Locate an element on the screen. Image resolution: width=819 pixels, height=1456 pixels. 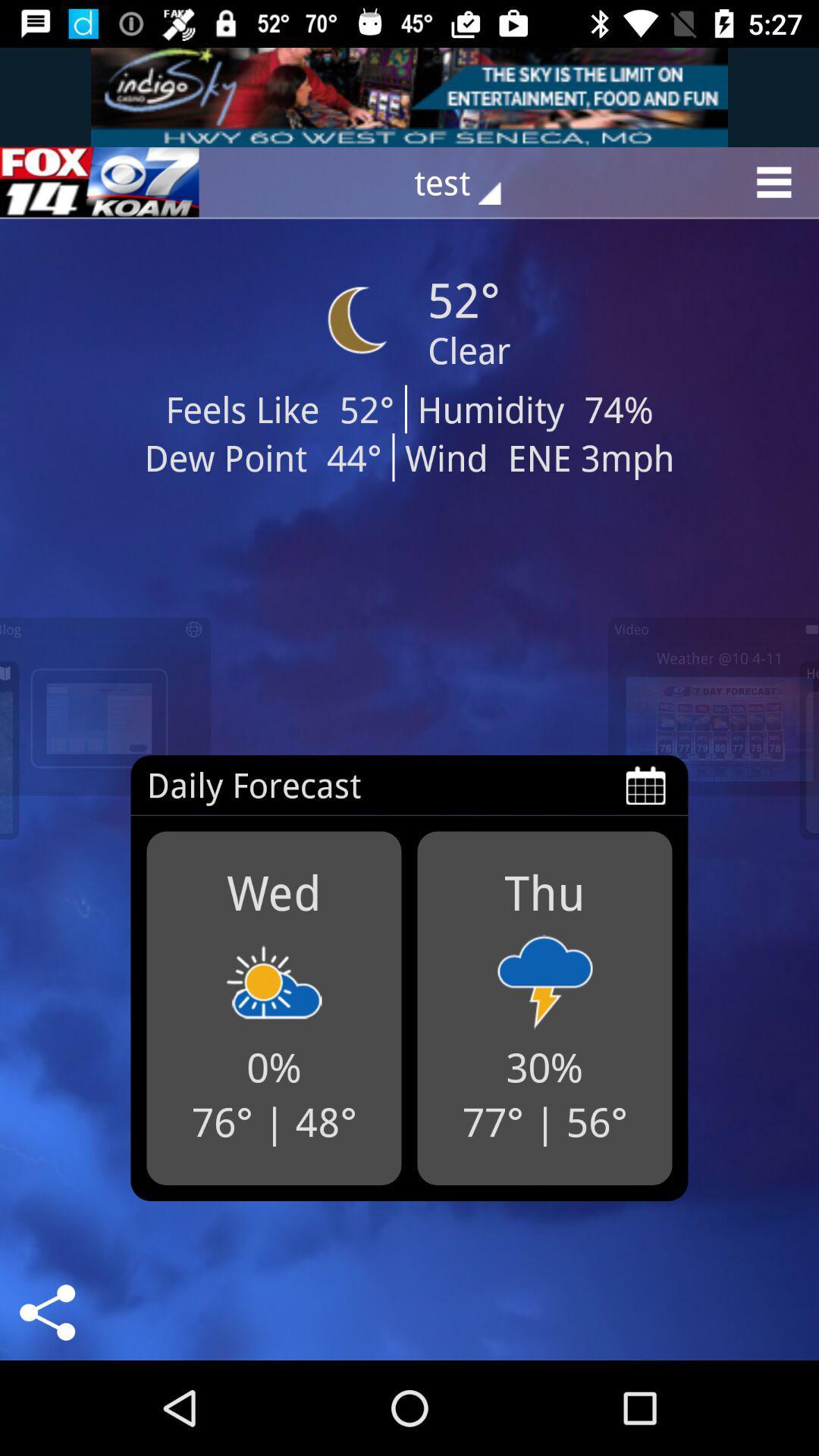
the share icon is located at coordinates (46, 1312).